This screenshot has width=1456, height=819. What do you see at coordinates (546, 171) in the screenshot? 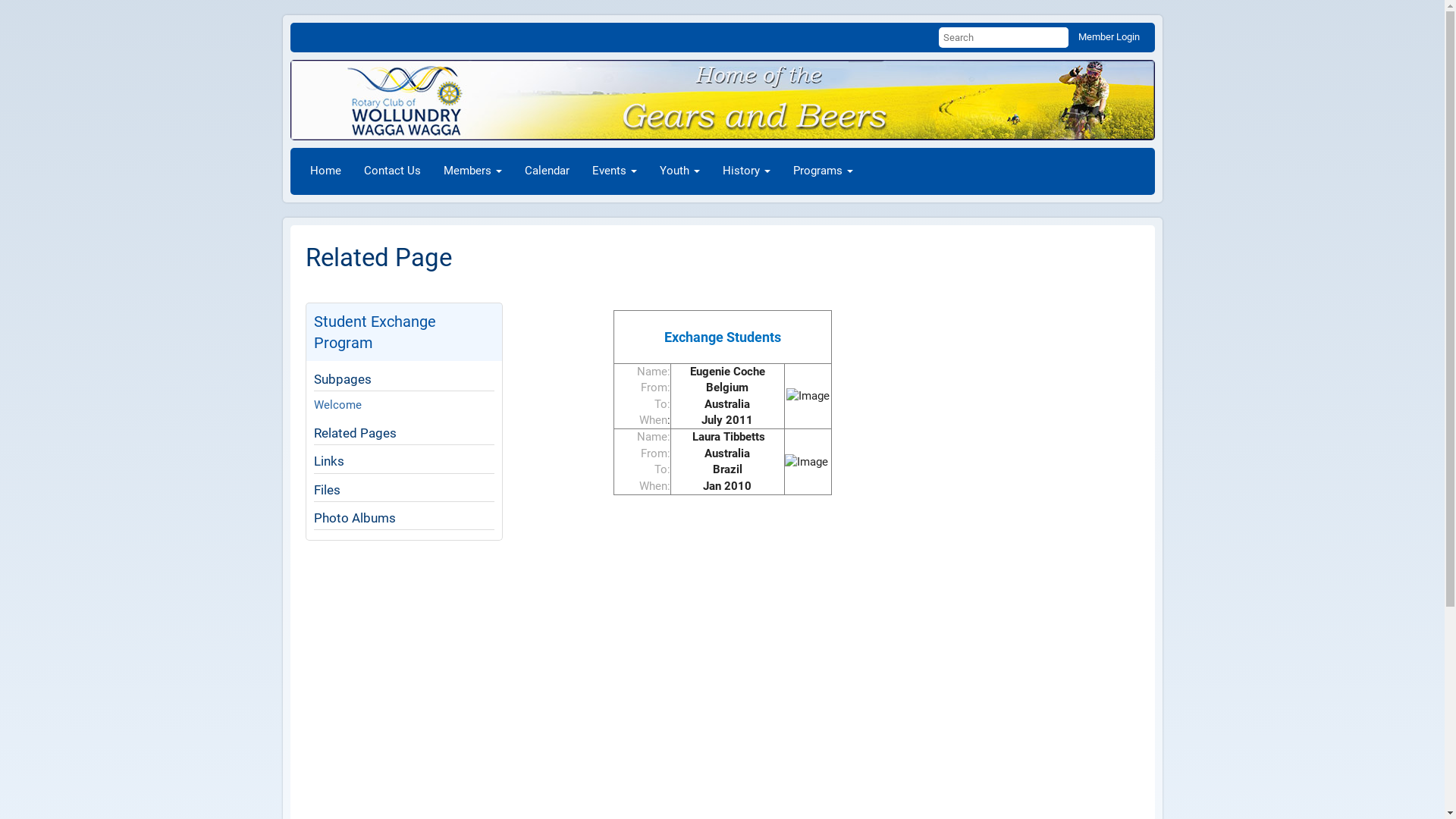
I see `'Calendar'` at bounding box center [546, 171].